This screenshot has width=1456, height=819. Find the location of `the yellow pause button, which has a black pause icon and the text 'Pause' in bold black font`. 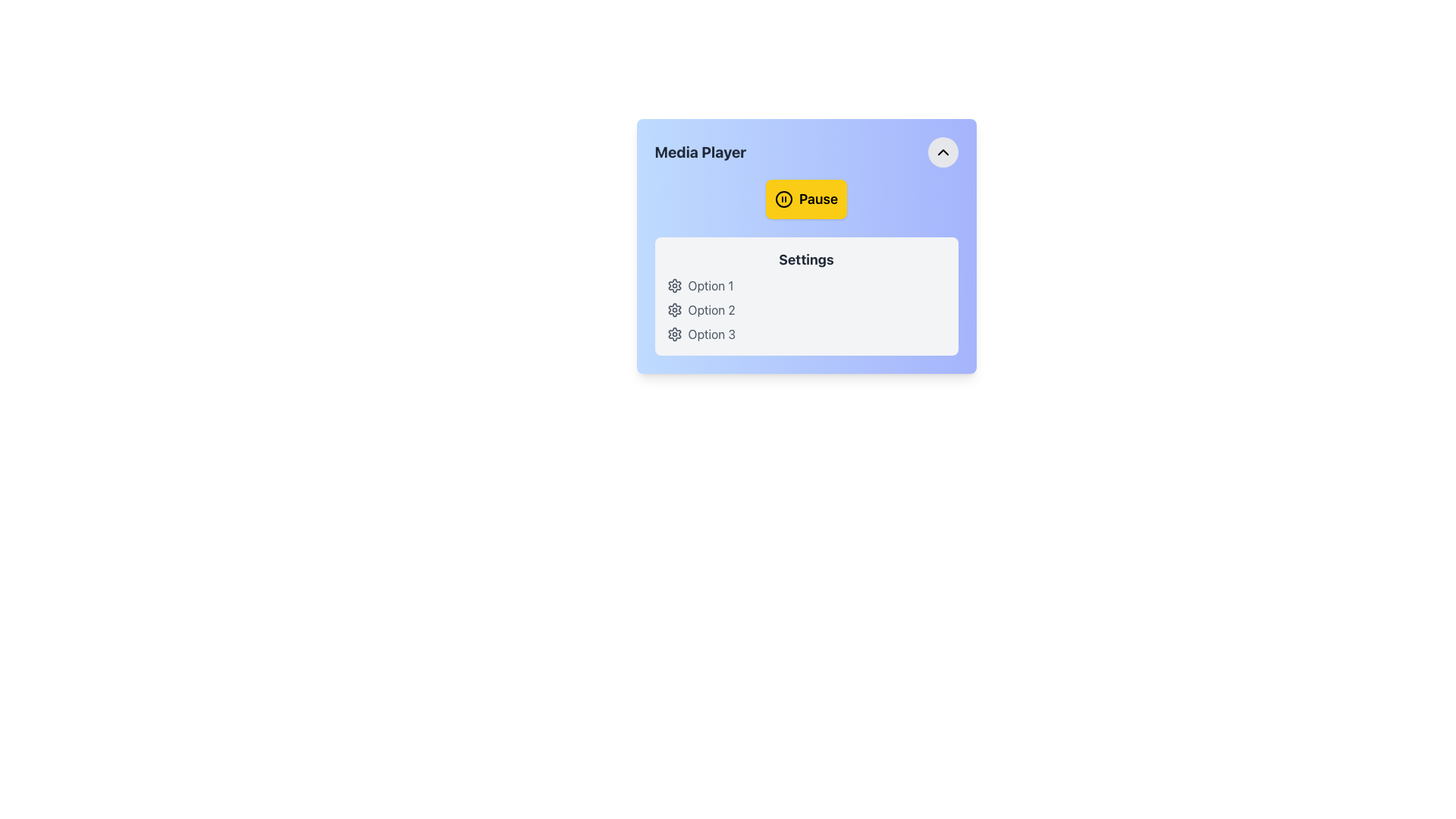

the yellow pause button, which has a black pause icon and the text 'Pause' in bold black font is located at coordinates (805, 198).